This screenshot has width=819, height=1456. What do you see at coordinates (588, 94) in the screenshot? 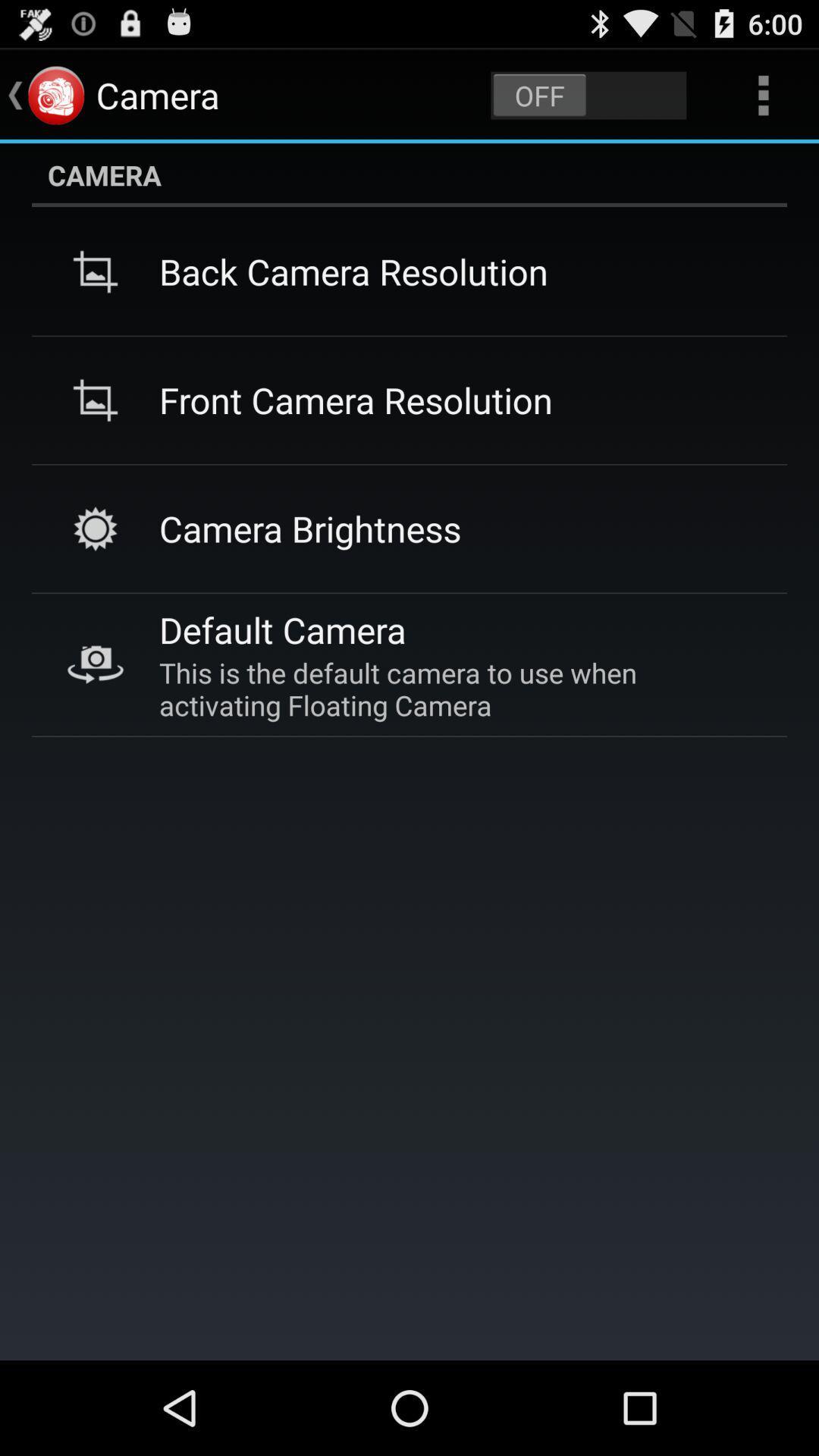
I see `turn on camera` at bounding box center [588, 94].